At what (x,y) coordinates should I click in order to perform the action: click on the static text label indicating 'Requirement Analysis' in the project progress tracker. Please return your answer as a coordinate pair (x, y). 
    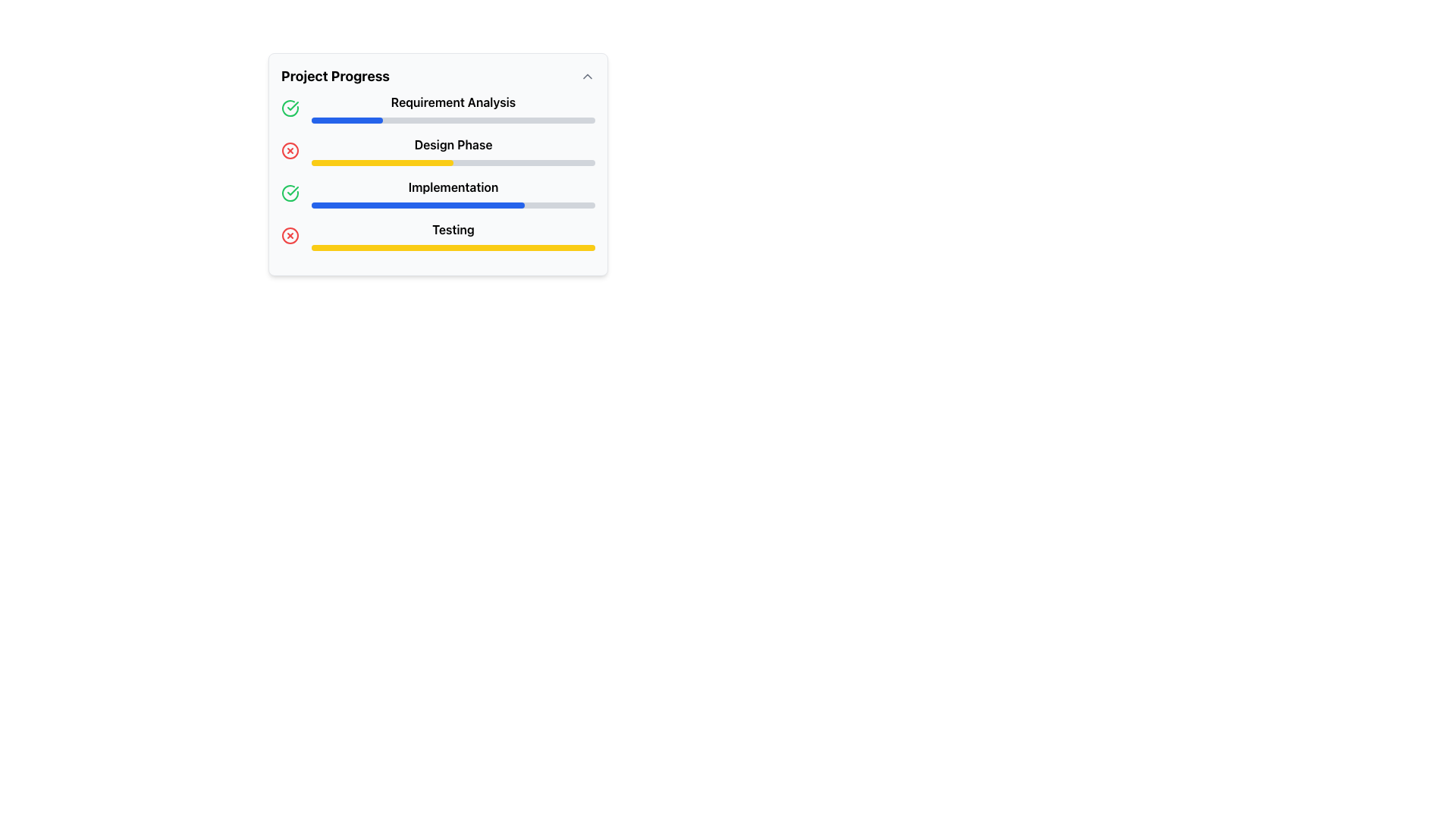
    Looking at the image, I should click on (453, 102).